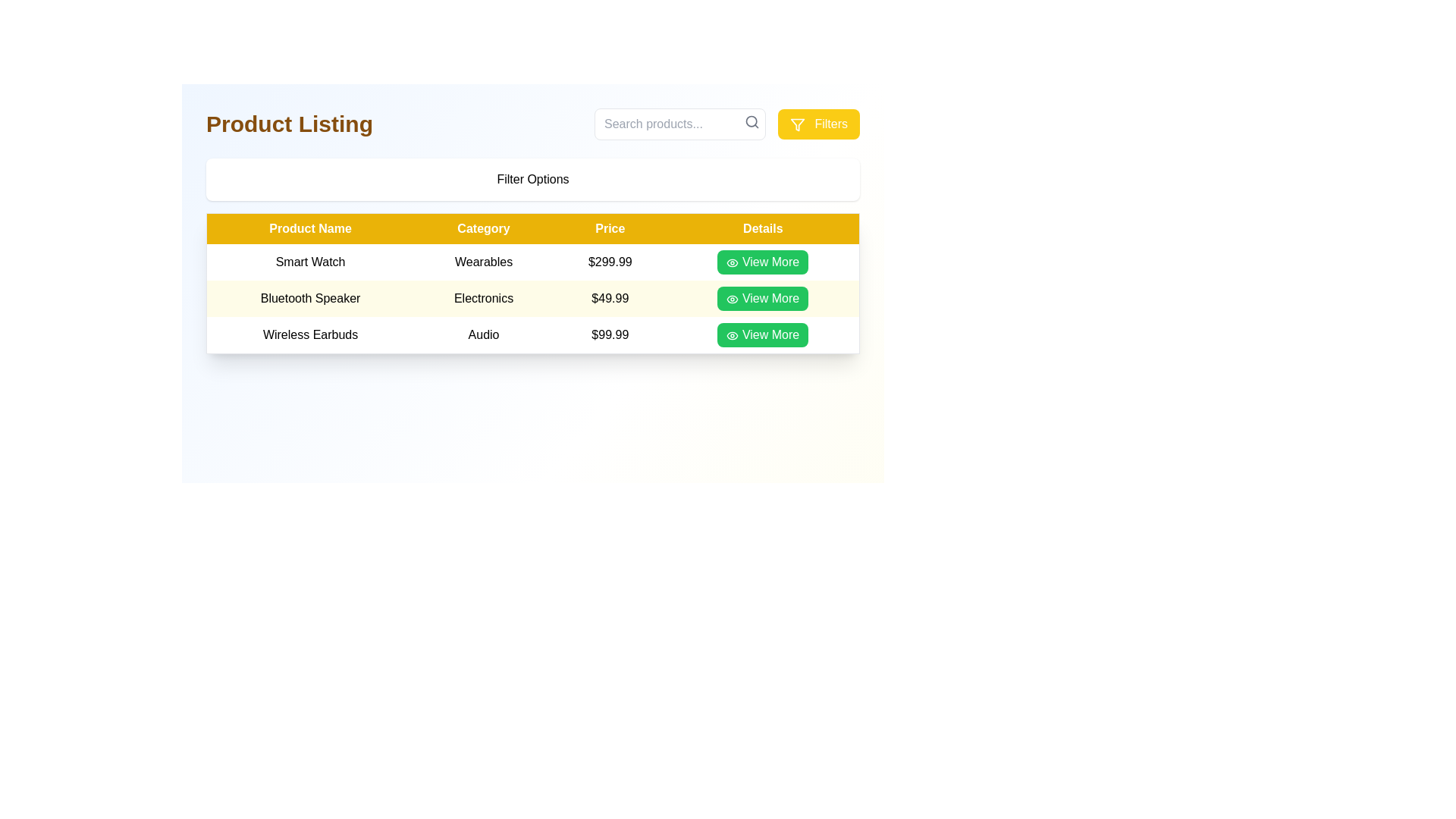 The width and height of the screenshot is (1456, 819). Describe the element at coordinates (309, 262) in the screenshot. I see `the centered black text label displaying 'Smart Watch' in the first column of the product listing table` at that location.